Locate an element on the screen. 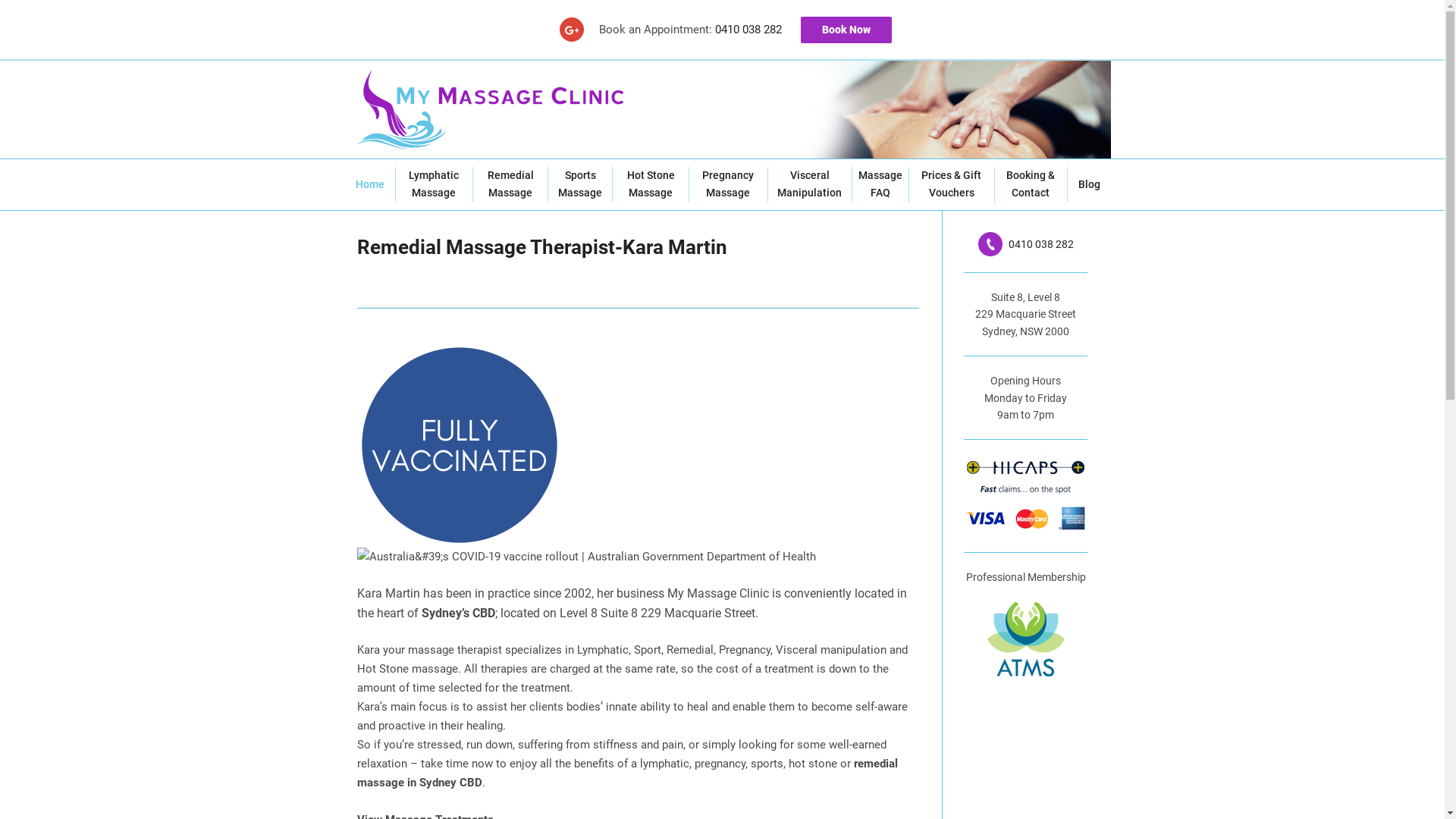  'Prices & Gift Vouchers' is located at coordinates (950, 184).